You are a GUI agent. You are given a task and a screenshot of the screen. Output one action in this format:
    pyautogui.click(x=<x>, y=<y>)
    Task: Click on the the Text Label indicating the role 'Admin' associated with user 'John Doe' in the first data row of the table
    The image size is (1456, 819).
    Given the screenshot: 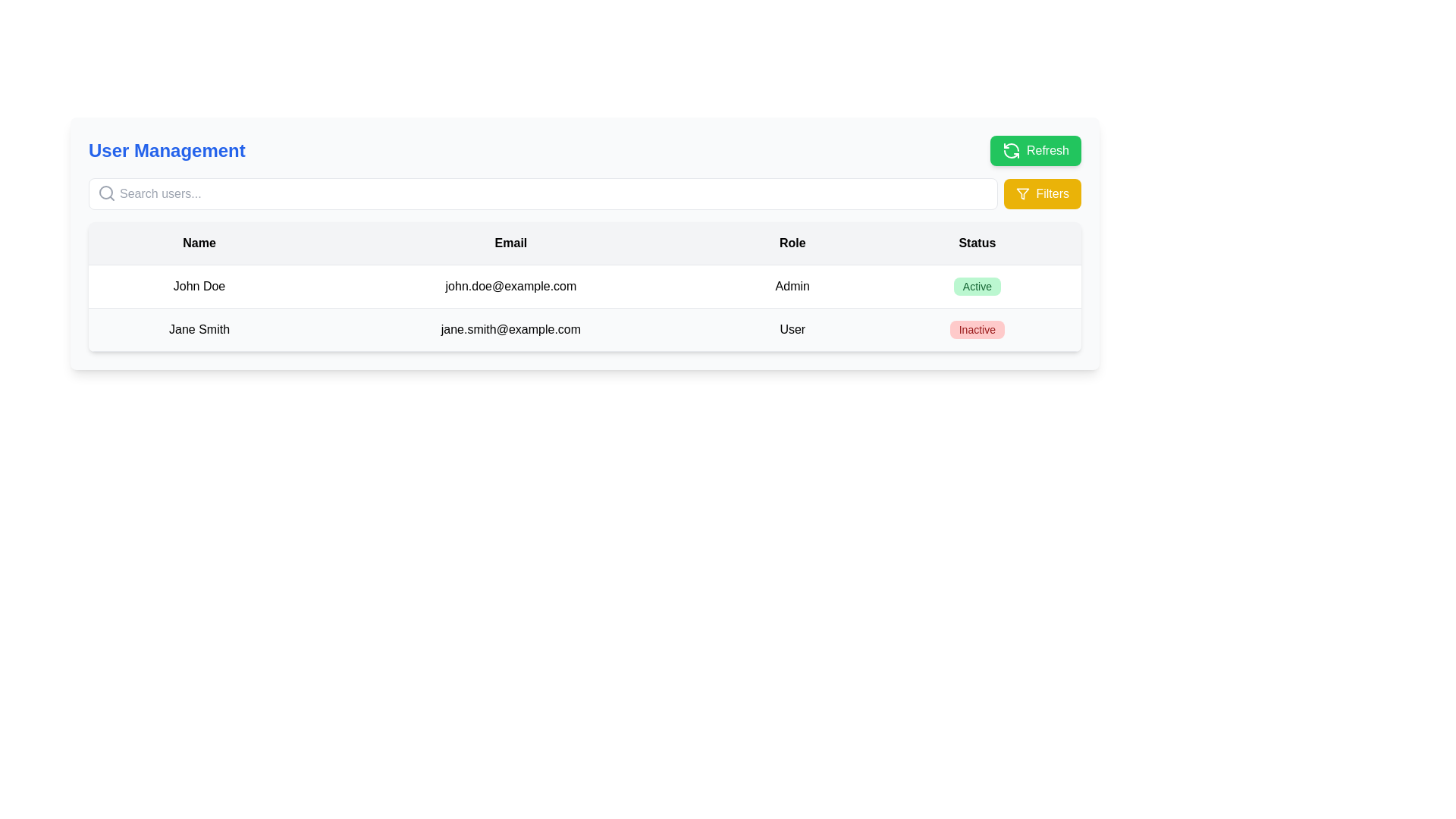 What is the action you would take?
    pyautogui.click(x=792, y=287)
    